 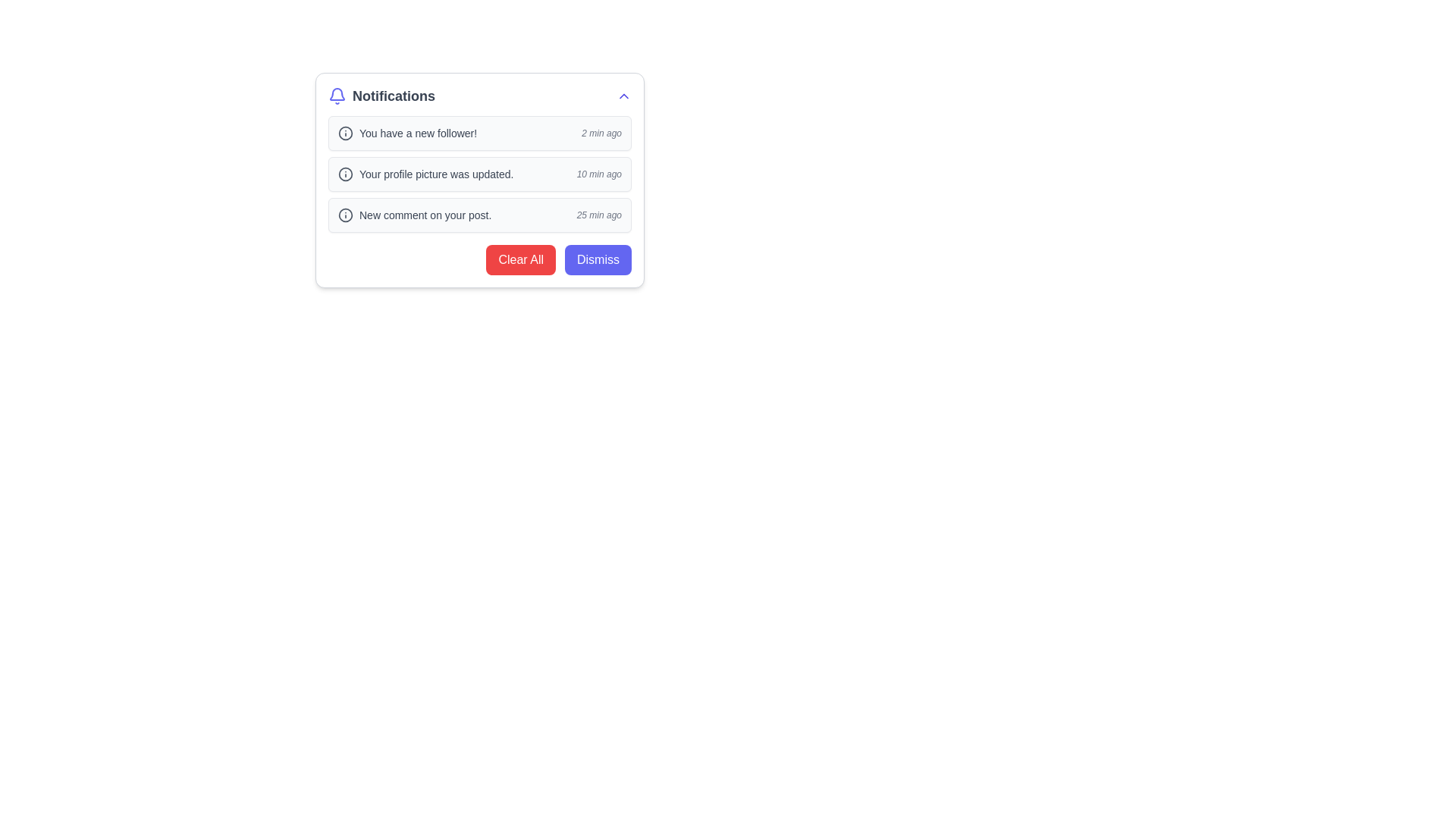 What do you see at coordinates (479, 253) in the screenshot?
I see `the 'Clear All' button with a vivid red background, located at the bottom of the notification card` at bounding box center [479, 253].